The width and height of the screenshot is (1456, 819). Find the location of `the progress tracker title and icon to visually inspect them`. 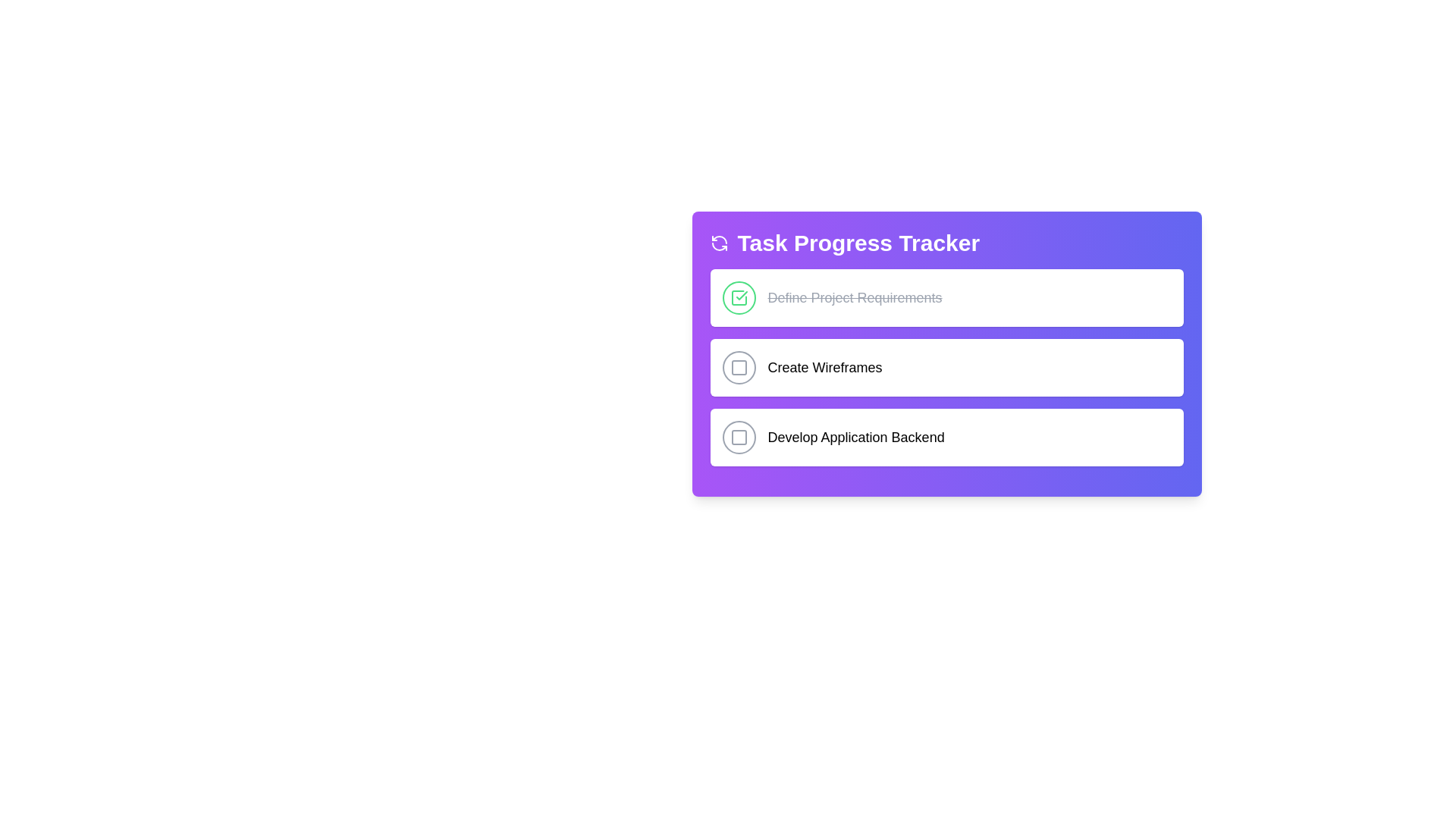

the progress tracker title and icon to visually inspect them is located at coordinates (946, 242).